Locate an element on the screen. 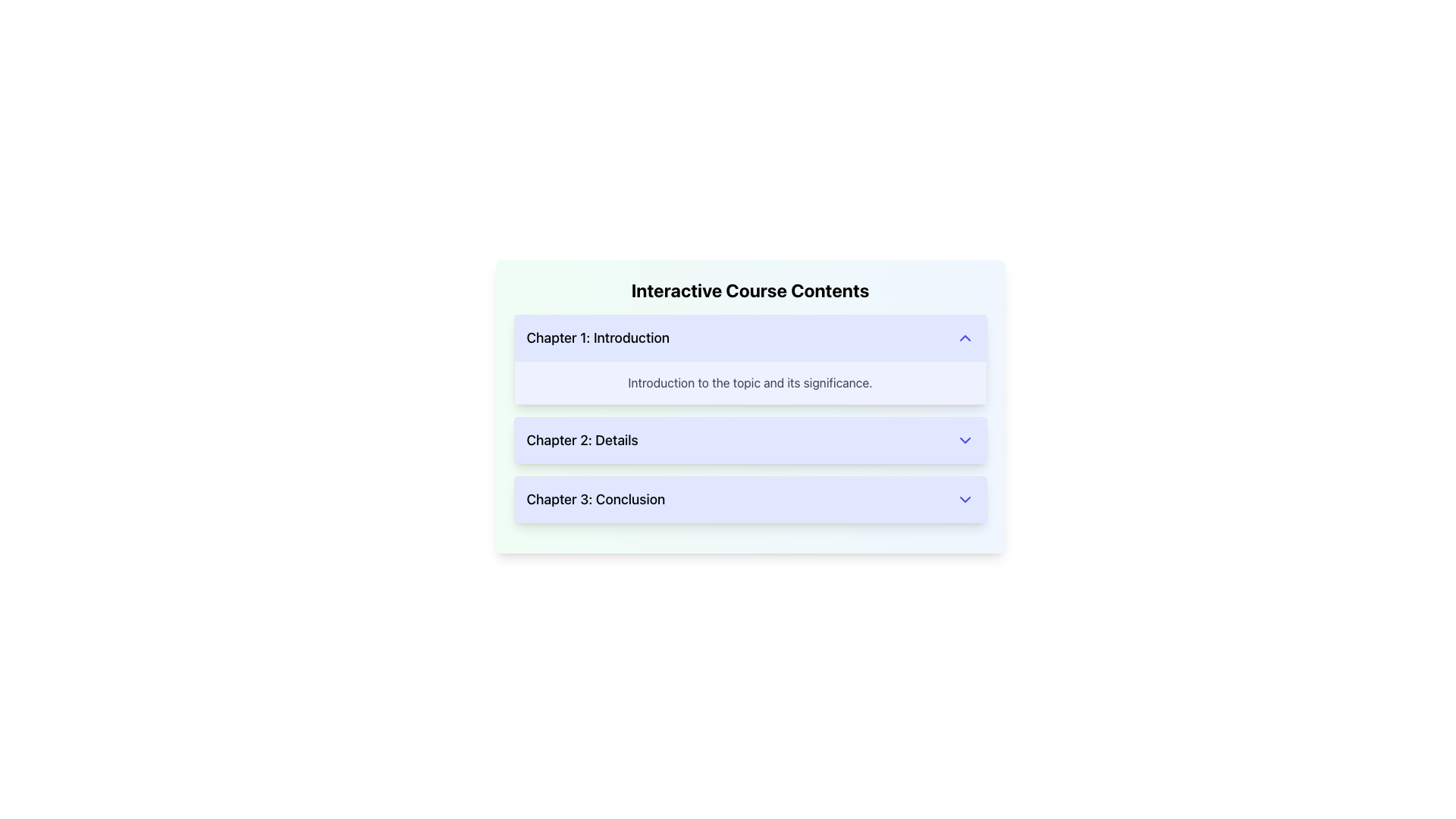 The height and width of the screenshot is (819, 1456). attributes of the 'Chapter 2: Details' Collapsible Section Header in the developer tools is located at coordinates (750, 441).